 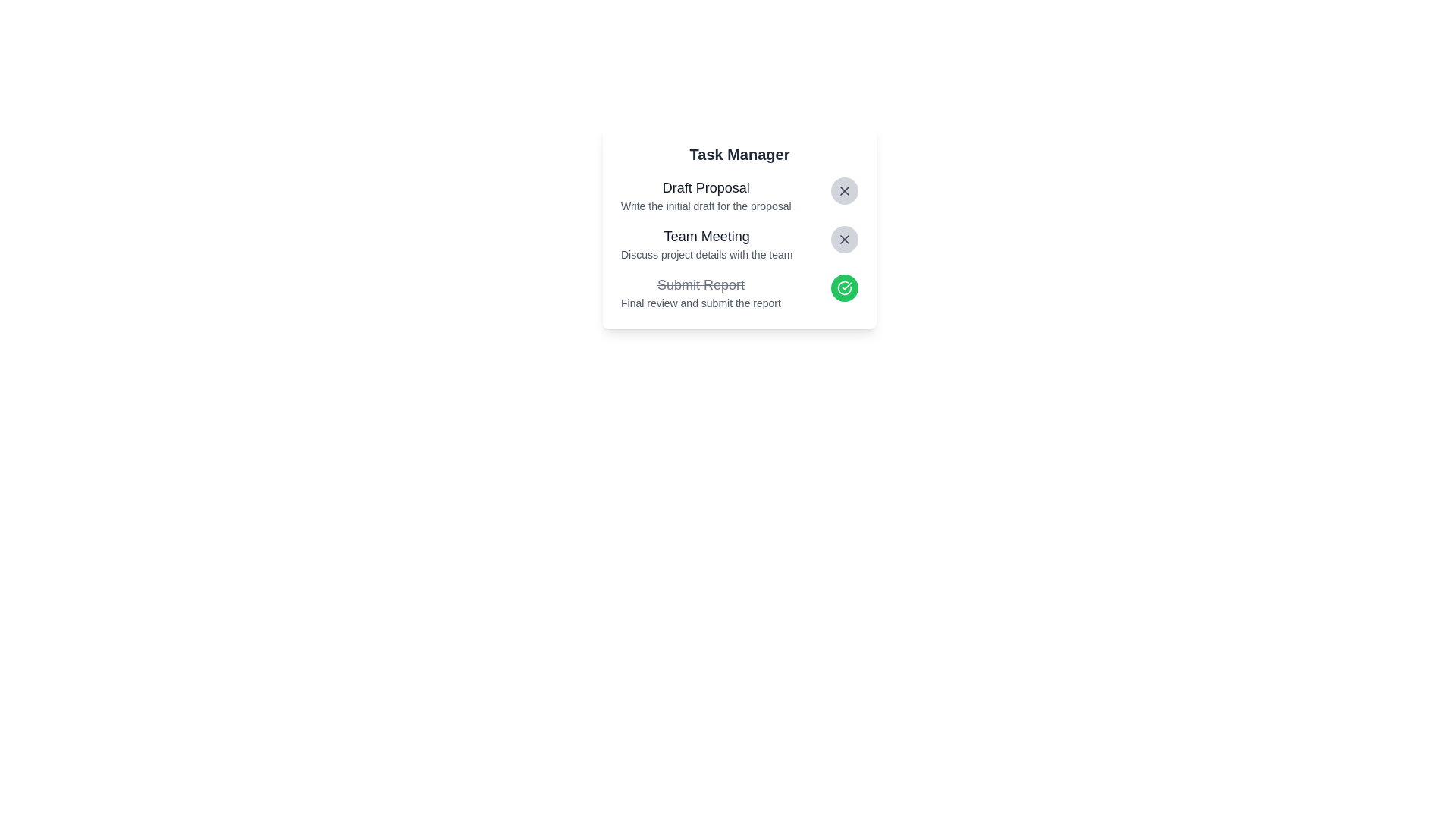 I want to click on task information from the 'Team Meeting' entry in the Task Description Component, which is the second task in the vertically arranged list, so click(x=739, y=227).